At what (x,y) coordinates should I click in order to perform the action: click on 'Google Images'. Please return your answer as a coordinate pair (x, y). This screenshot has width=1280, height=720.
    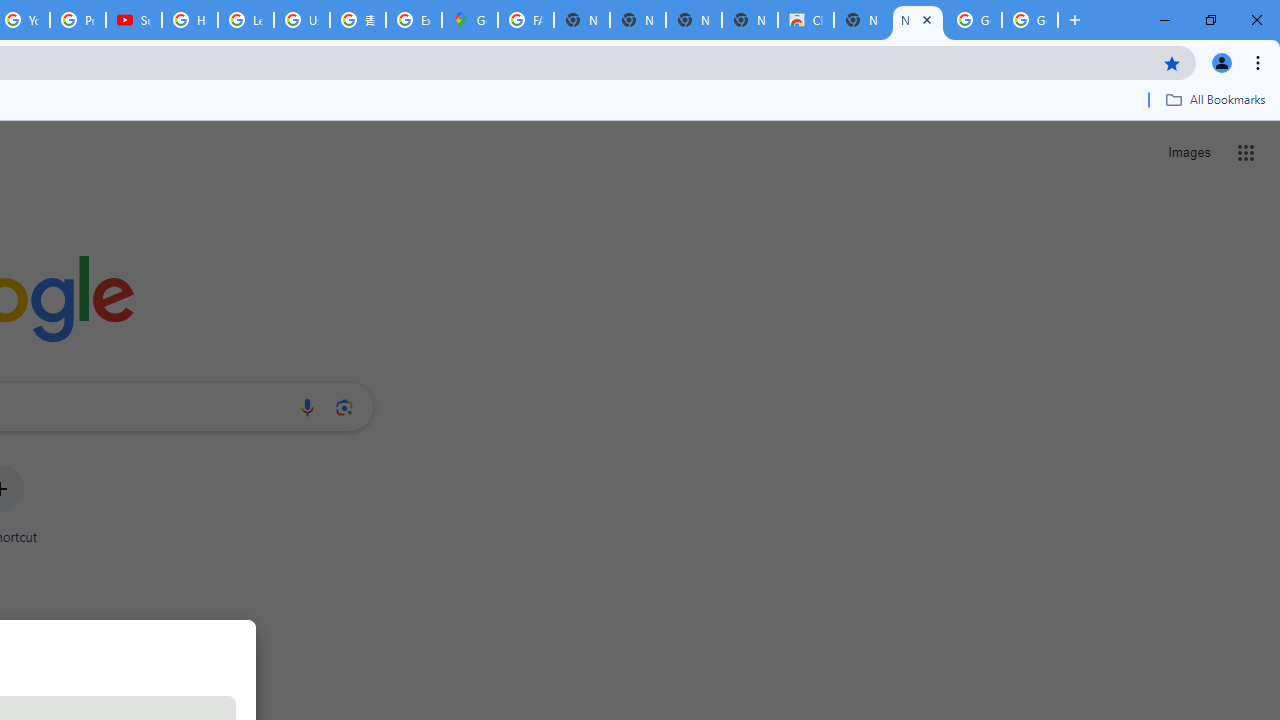
    Looking at the image, I should click on (1030, 20).